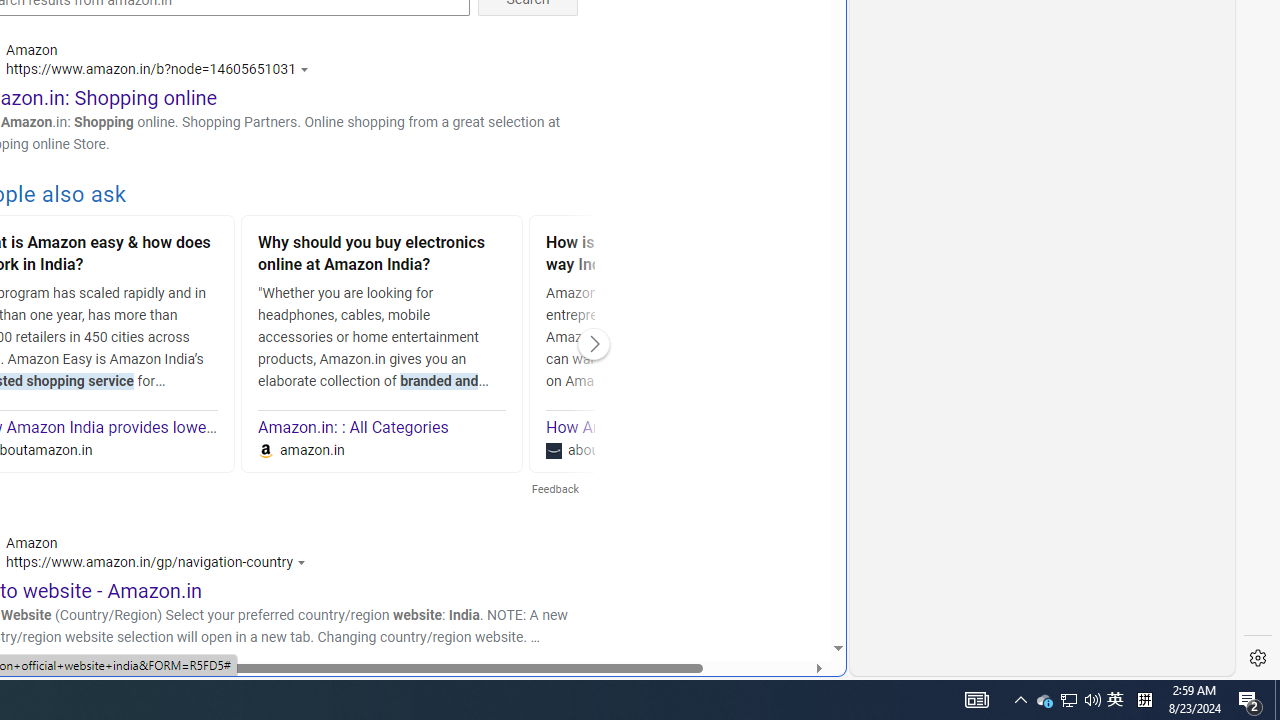 Image resolution: width=1280 pixels, height=720 pixels. I want to click on 'Settings', so click(1257, 658).